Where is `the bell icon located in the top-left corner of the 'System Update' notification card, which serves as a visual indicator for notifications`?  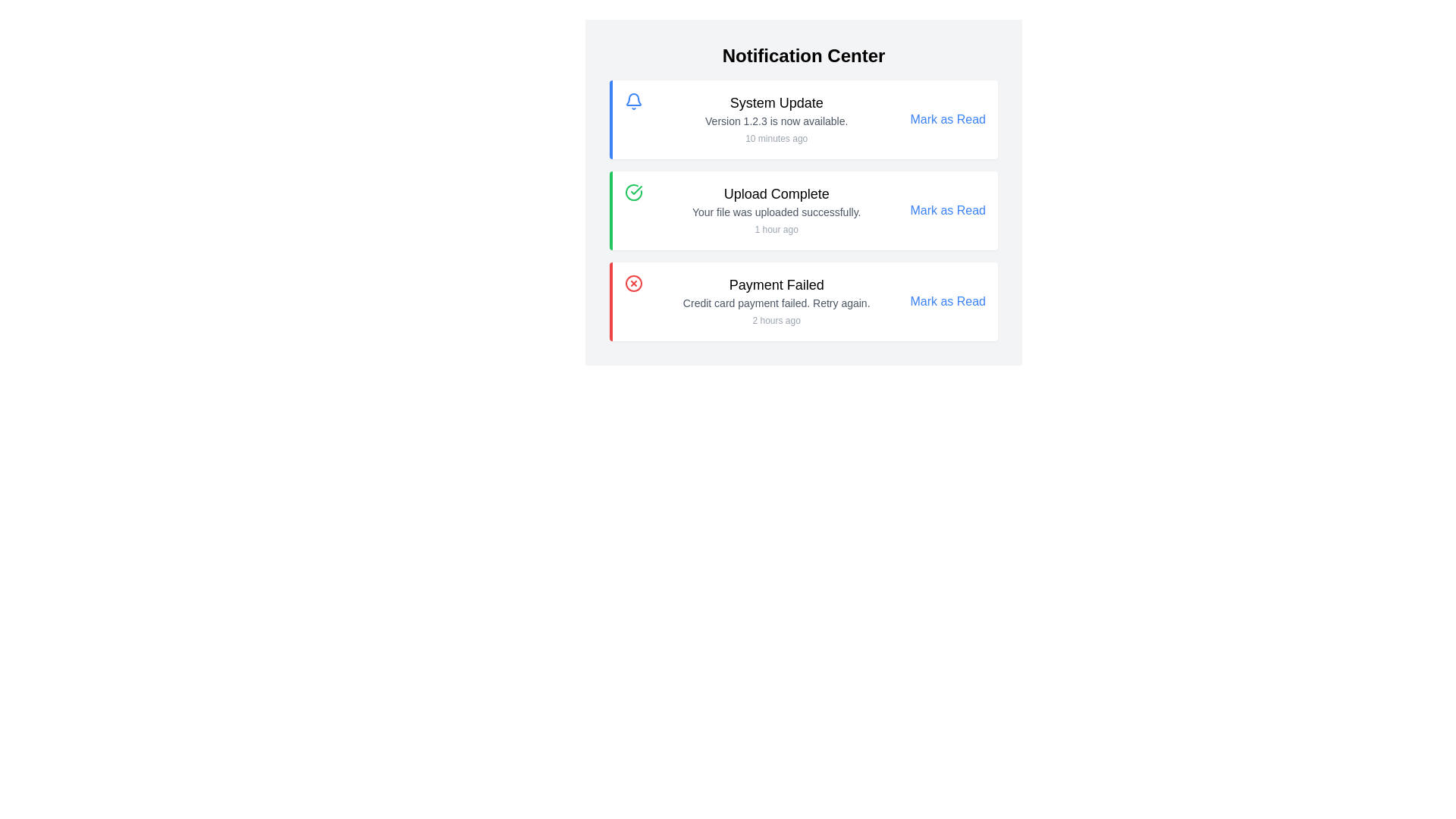
the bell icon located in the top-left corner of the 'System Update' notification card, which serves as a visual indicator for notifications is located at coordinates (633, 102).